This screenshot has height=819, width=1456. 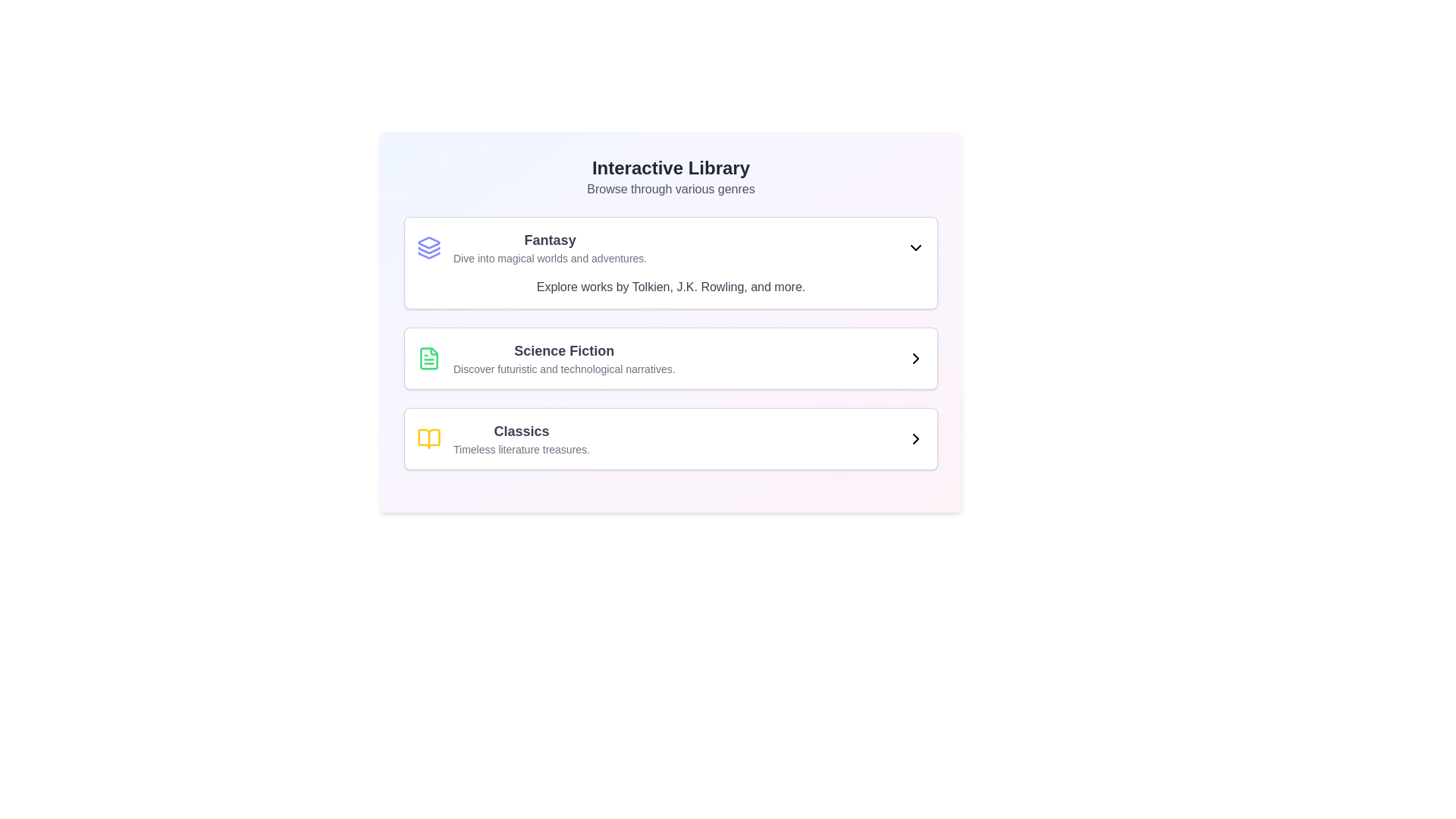 I want to click on the descriptive subtitle text located below the title 'Fantasy' in the first card section of the interface, so click(x=670, y=287).